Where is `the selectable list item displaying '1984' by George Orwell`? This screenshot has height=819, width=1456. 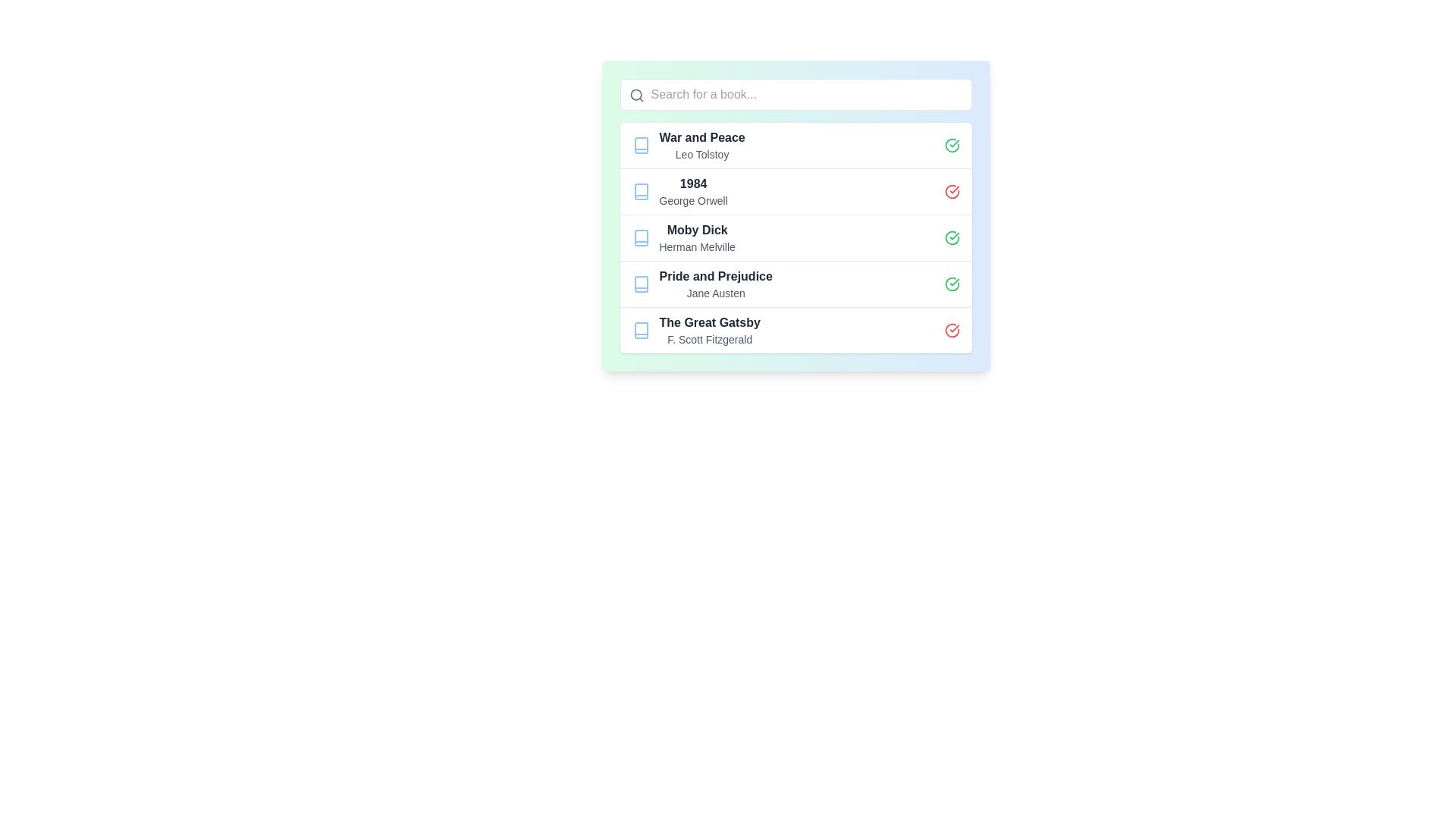 the selectable list item displaying '1984' by George Orwell is located at coordinates (795, 190).